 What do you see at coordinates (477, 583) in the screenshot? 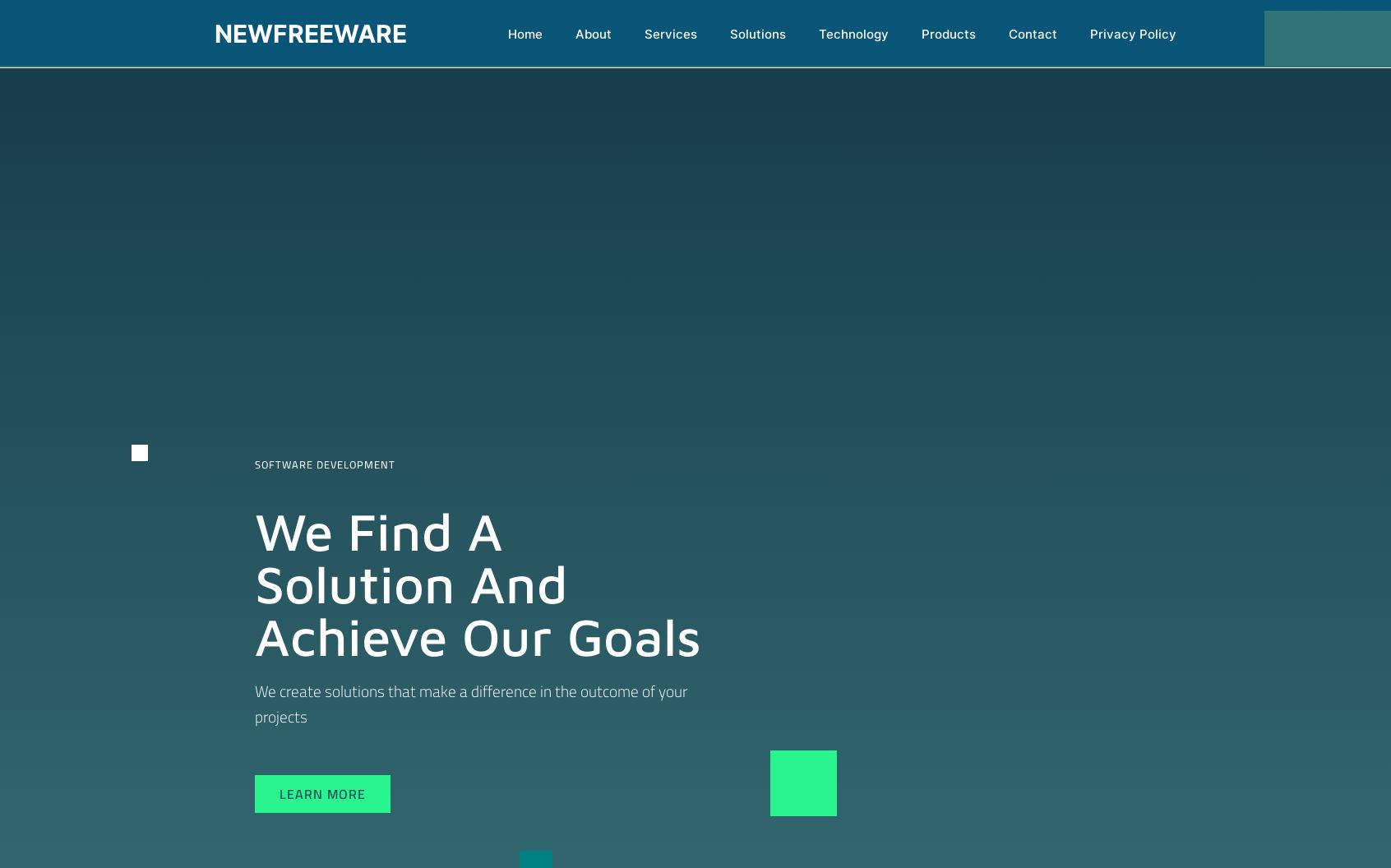
I see `'We find a solution and achieve our goals'` at bounding box center [477, 583].